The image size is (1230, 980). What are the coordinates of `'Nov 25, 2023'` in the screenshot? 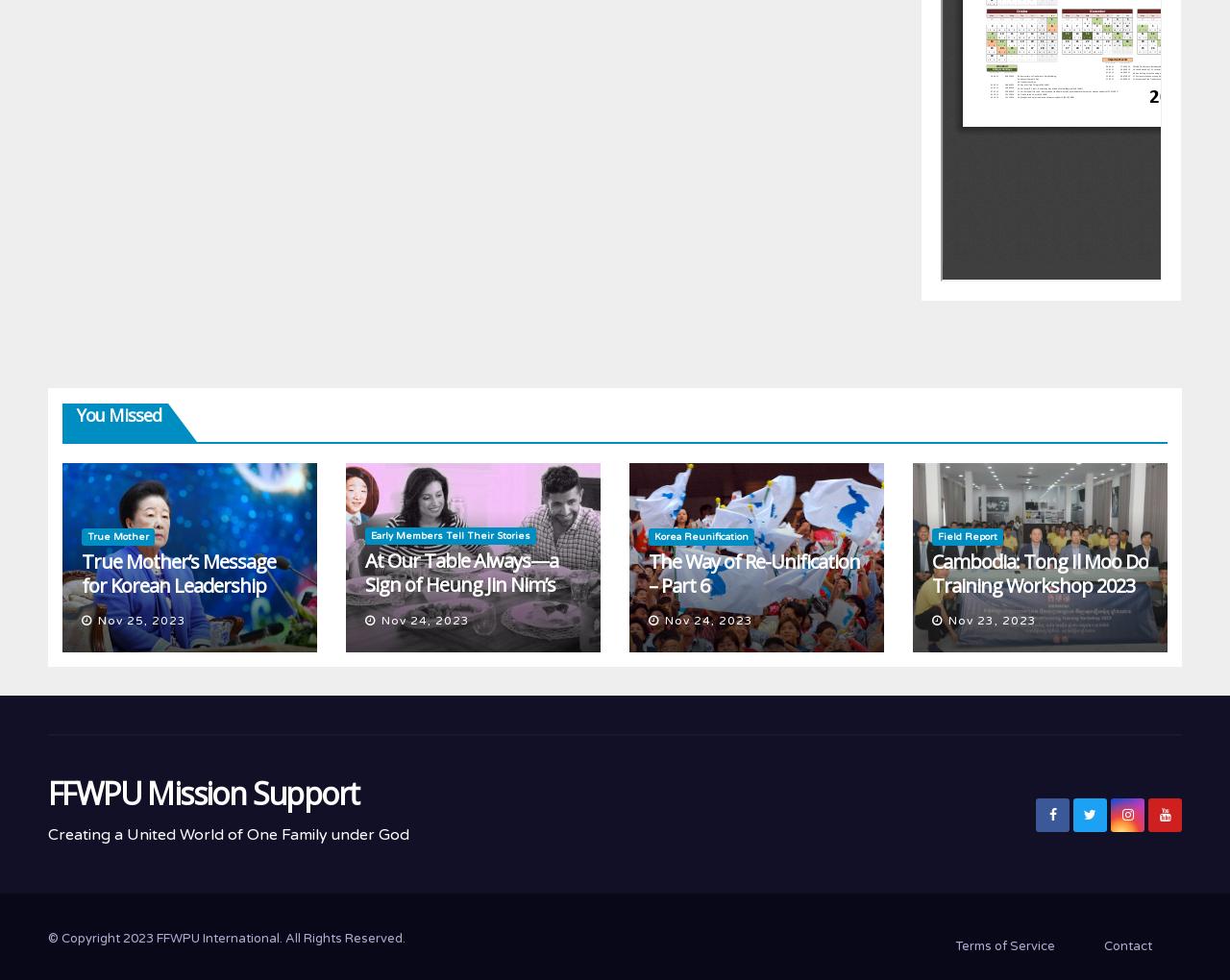 It's located at (140, 620).